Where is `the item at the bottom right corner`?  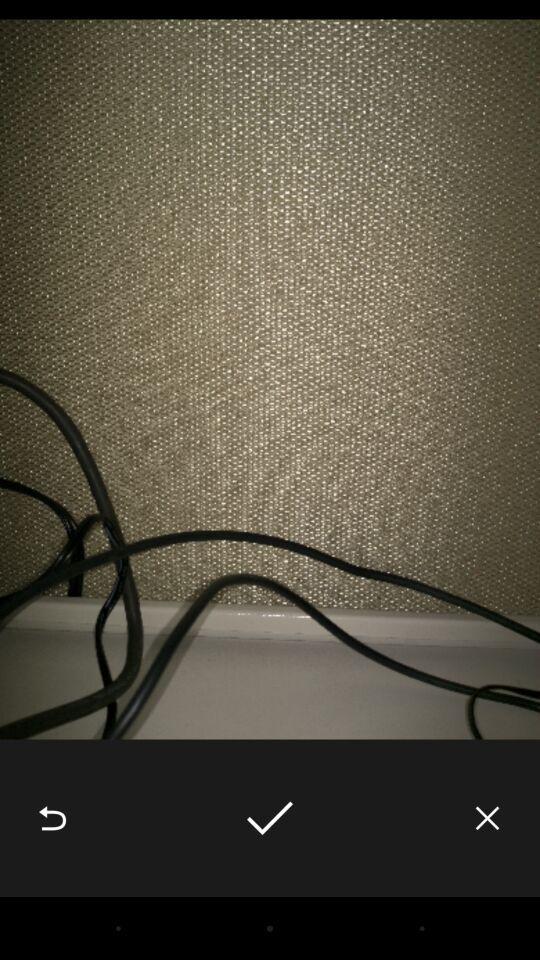 the item at the bottom right corner is located at coordinates (486, 818).